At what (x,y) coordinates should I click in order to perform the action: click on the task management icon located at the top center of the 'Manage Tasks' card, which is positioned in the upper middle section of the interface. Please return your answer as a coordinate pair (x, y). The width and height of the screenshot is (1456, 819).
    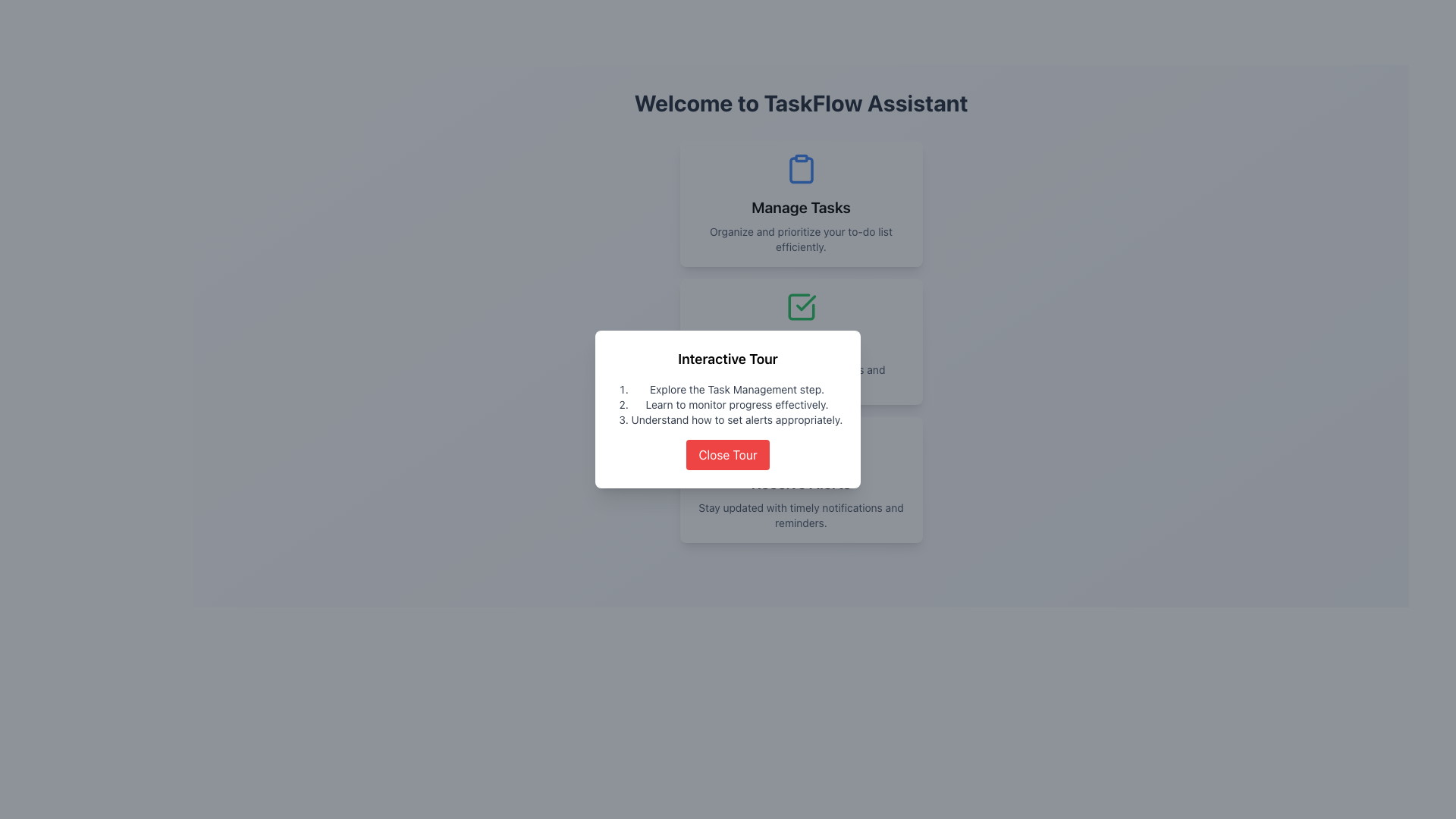
    Looking at the image, I should click on (800, 169).